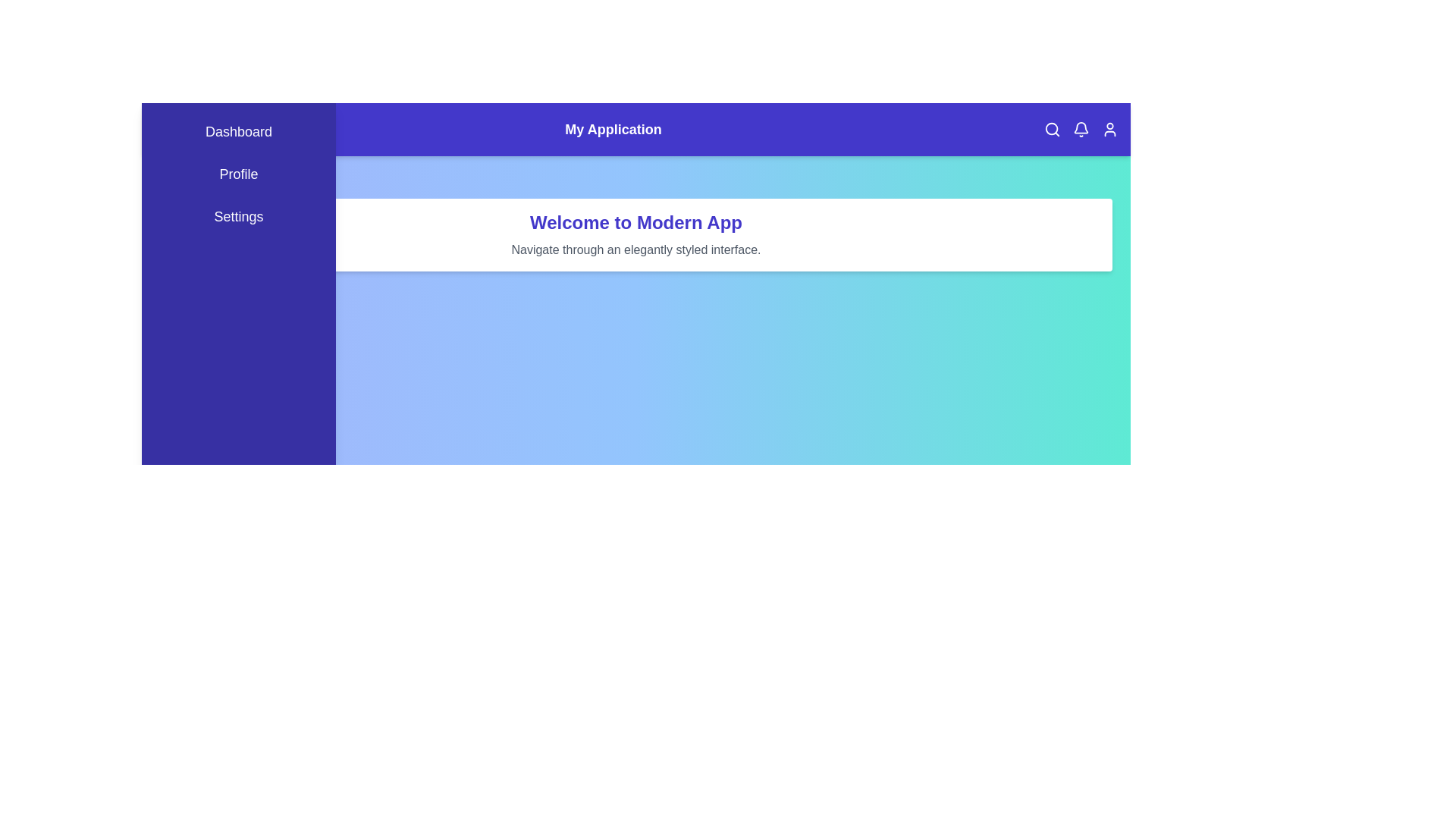  I want to click on the Search icon in the app bar, so click(1051, 128).